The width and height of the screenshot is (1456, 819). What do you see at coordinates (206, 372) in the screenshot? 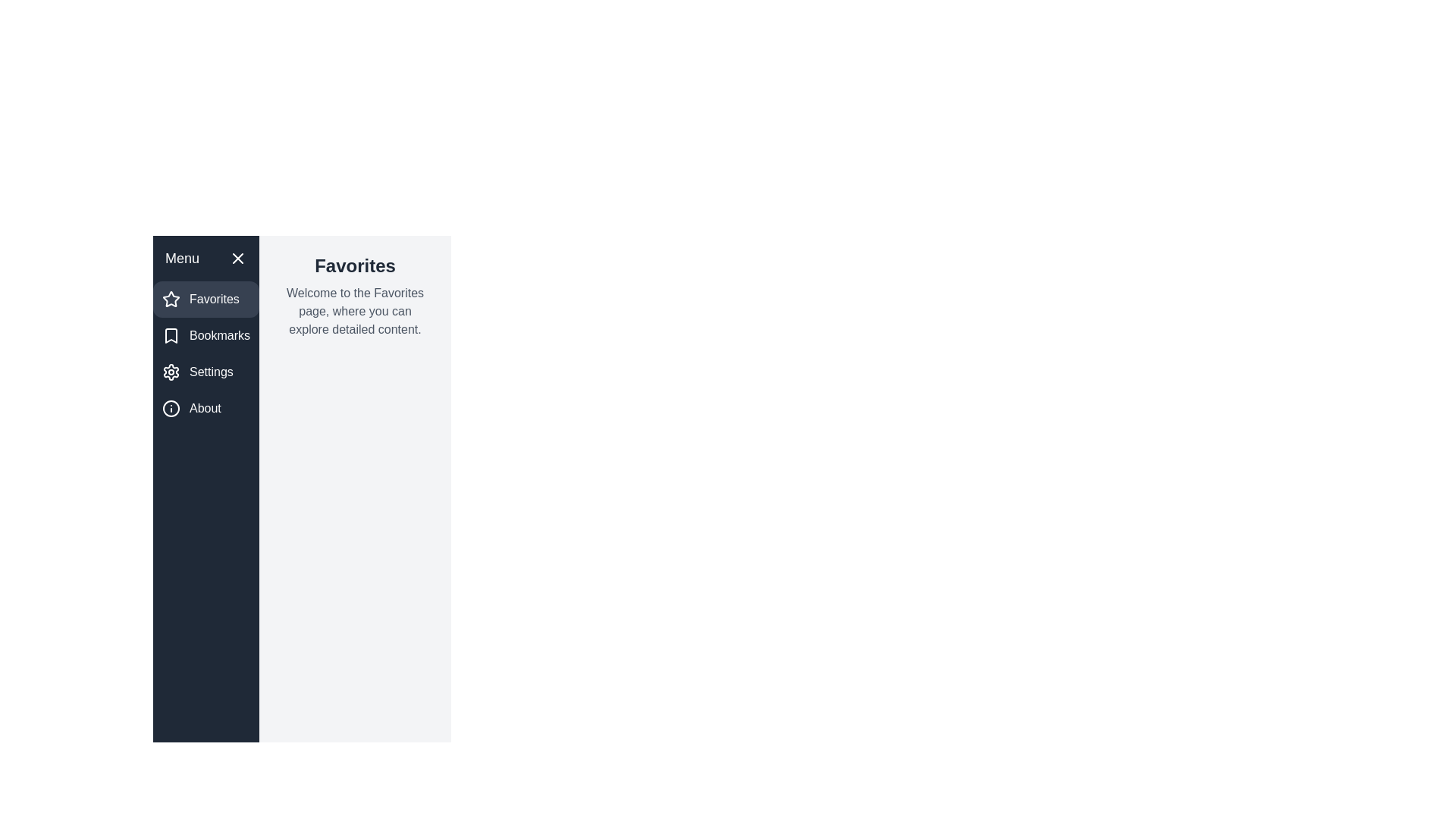
I see `the 'Settings' button` at bounding box center [206, 372].